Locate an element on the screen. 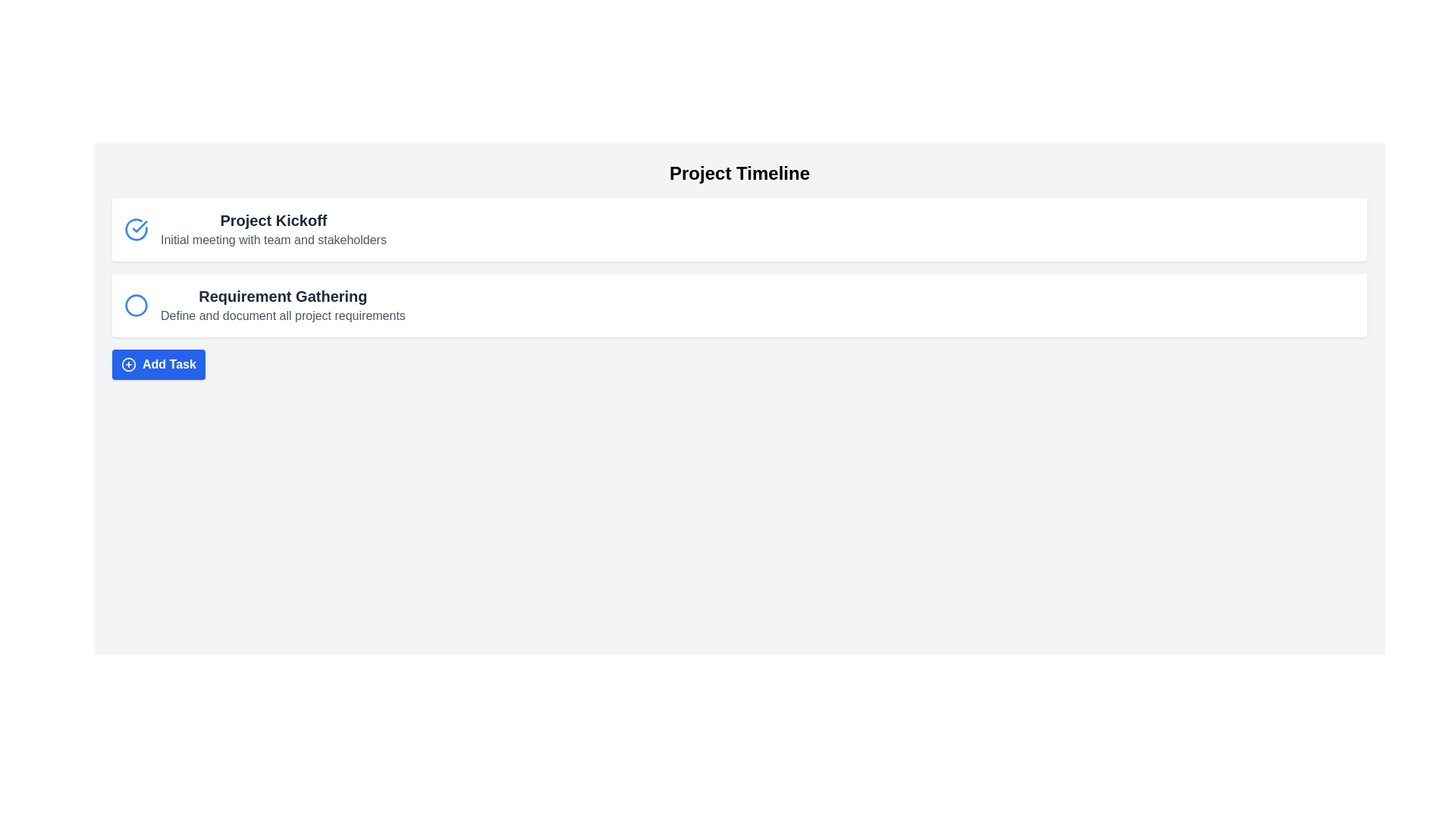 The height and width of the screenshot is (819, 1456). the 'Requirement Gathering' label, which serves as the title and description for a project milestone located in the second task section of a vertically stacked list is located at coordinates (283, 305).